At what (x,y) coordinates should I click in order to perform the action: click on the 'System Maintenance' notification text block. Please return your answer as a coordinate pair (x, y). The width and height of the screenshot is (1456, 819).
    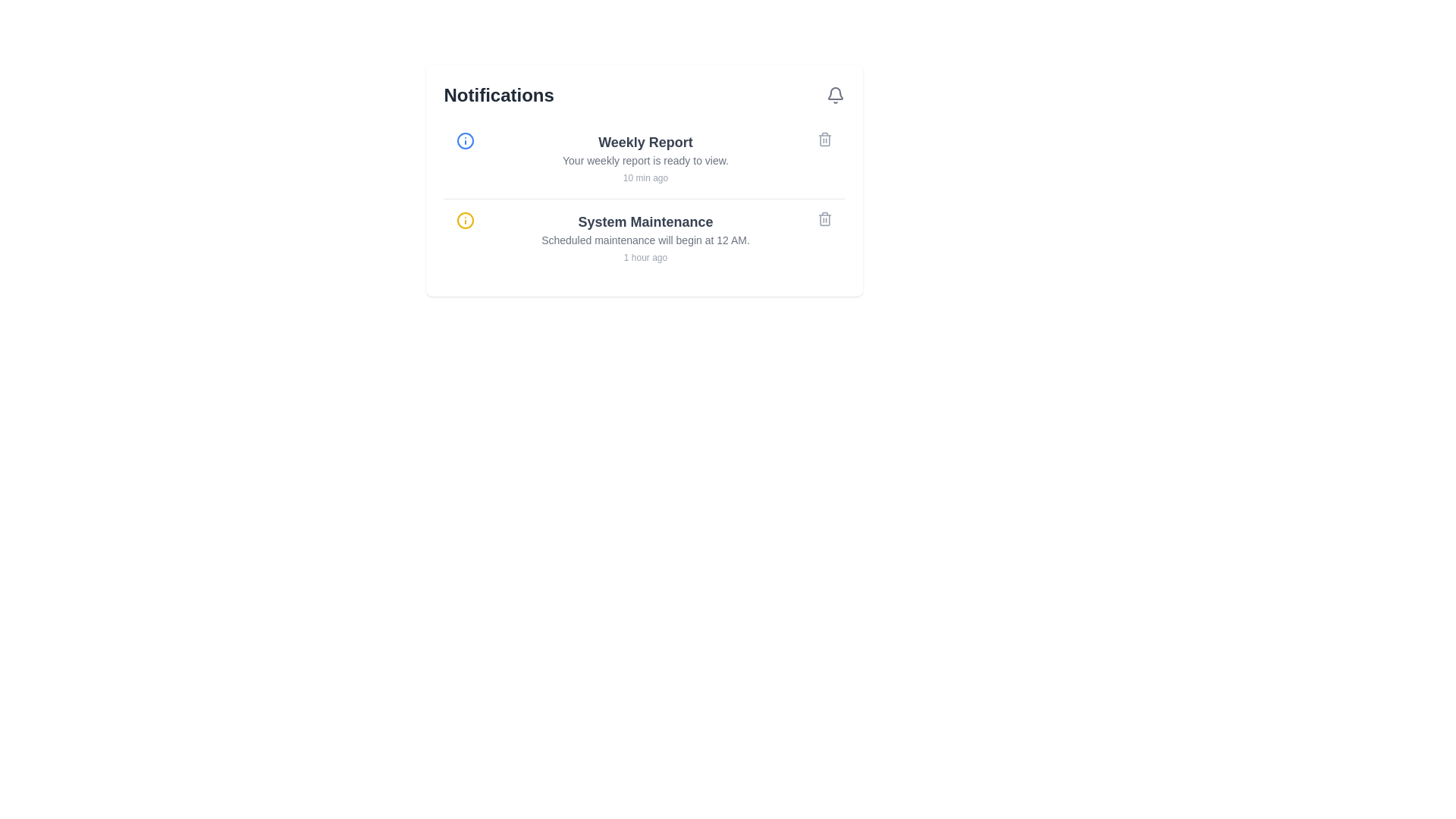
    Looking at the image, I should click on (645, 239).